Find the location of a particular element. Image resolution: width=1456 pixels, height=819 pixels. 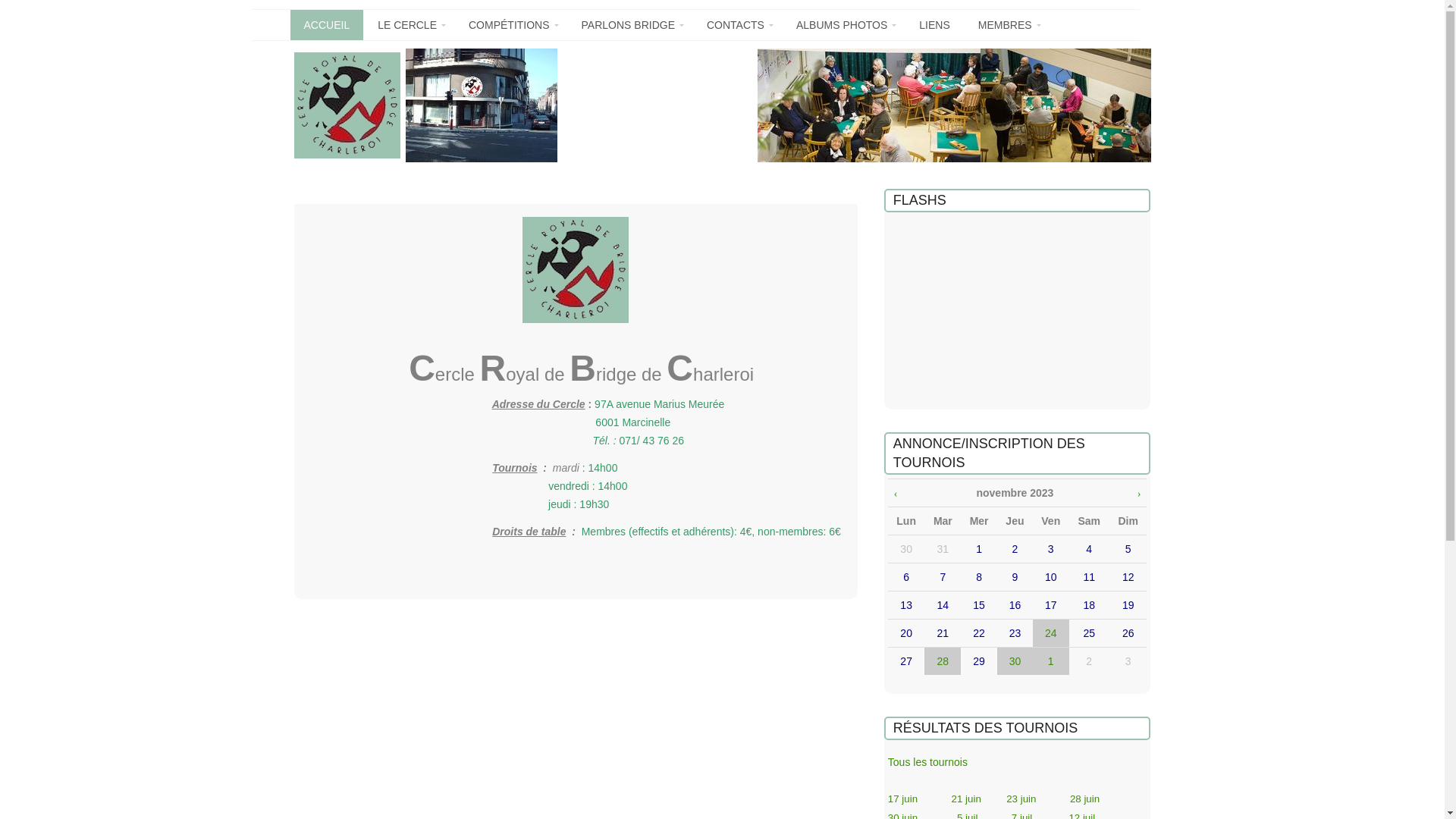

'24' is located at coordinates (1050, 632).